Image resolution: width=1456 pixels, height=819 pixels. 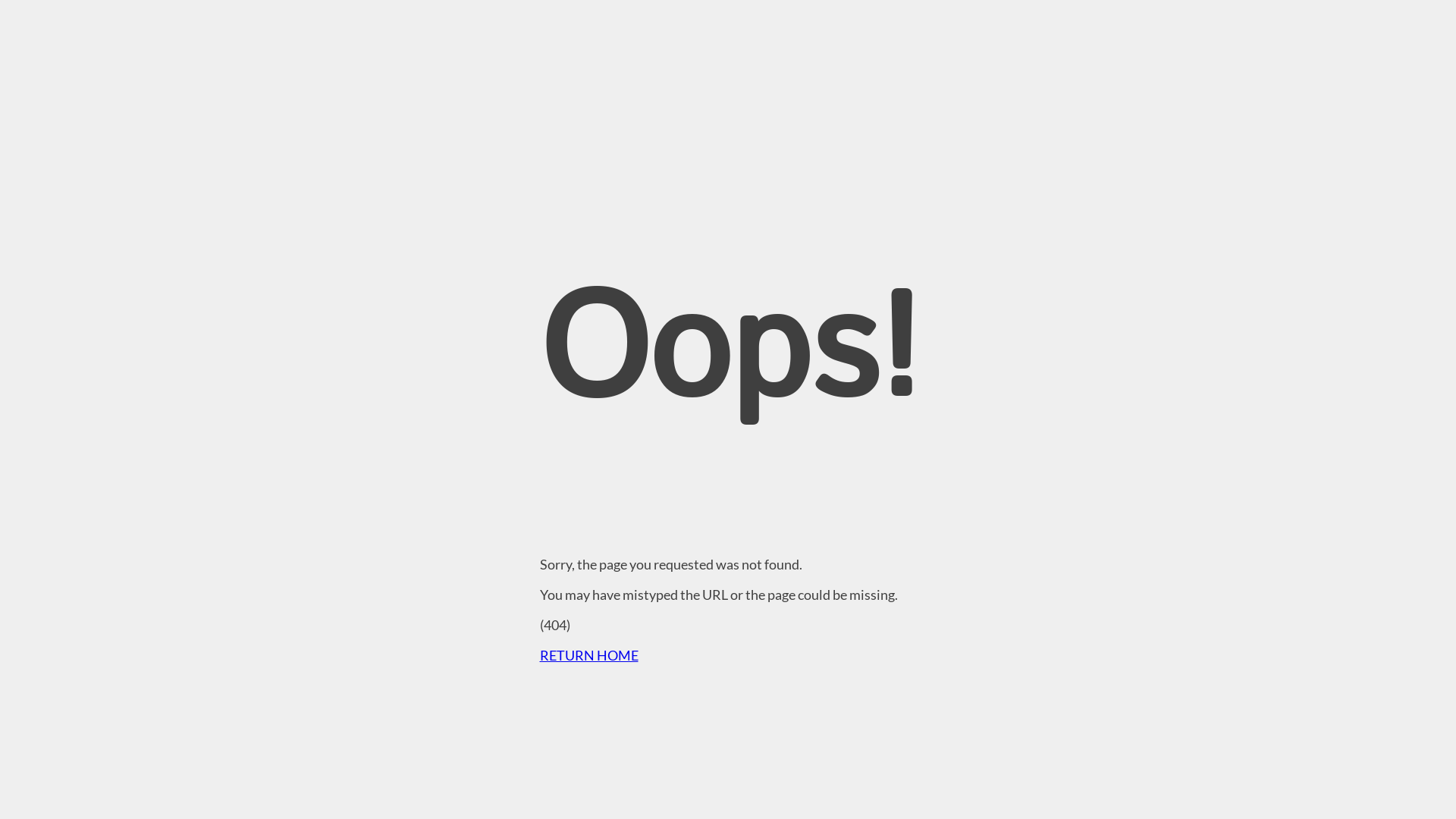 What do you see at coordinates (539, 654) in the screenshot?
I see `'RETURN HOME'` at bounding box center [539, 654].